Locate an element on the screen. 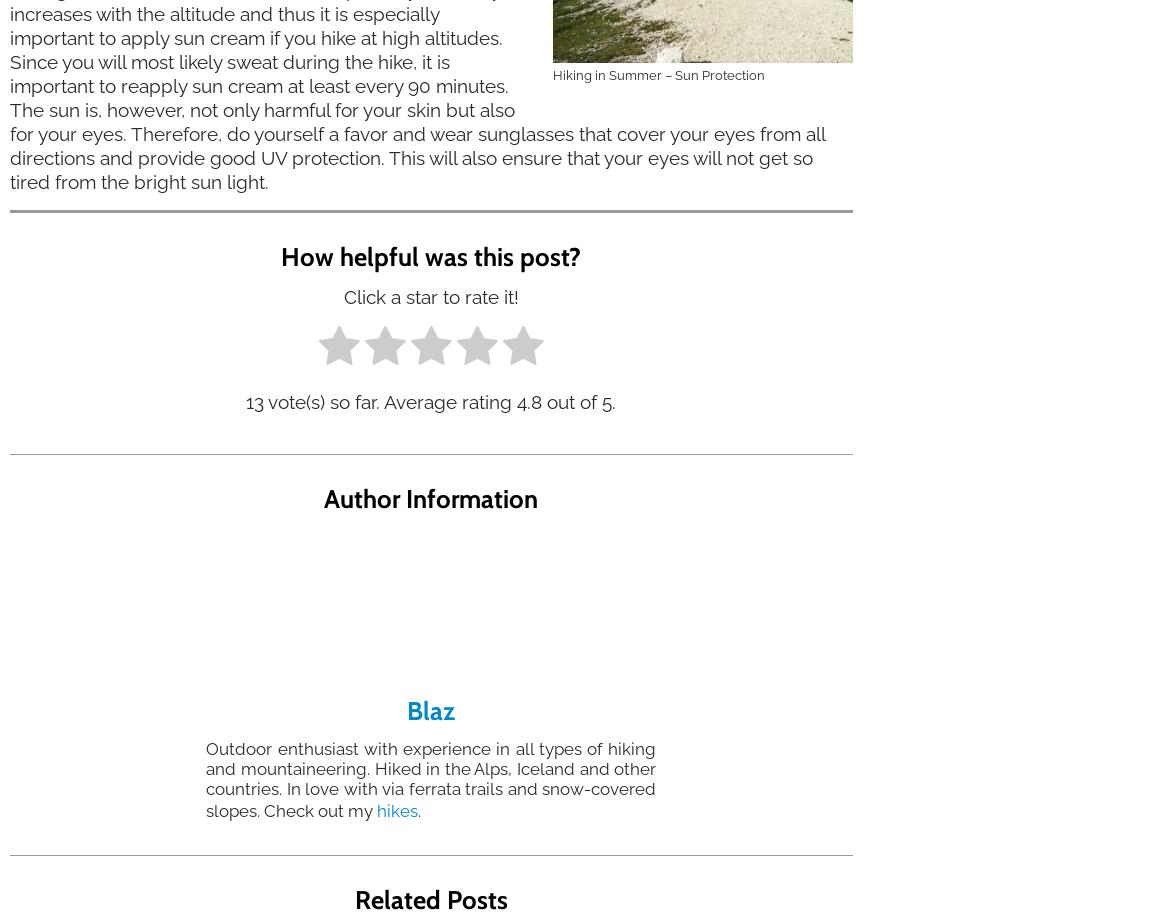 The image size is (1150, 912). 'How helpful was this post?' is located at coordinates (431, 255).